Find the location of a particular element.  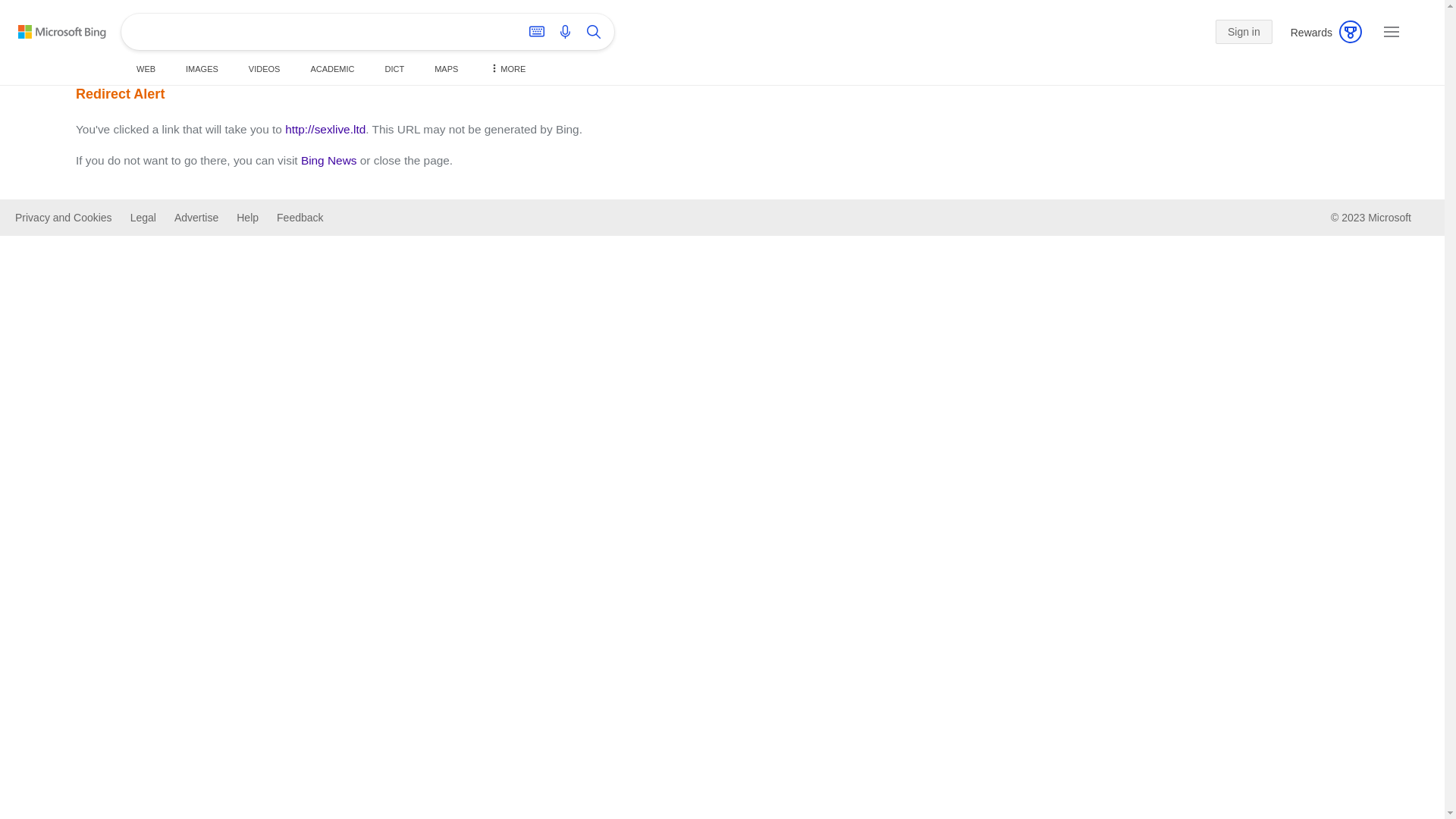

'Sign in' is located at coordinates (1216, 32).